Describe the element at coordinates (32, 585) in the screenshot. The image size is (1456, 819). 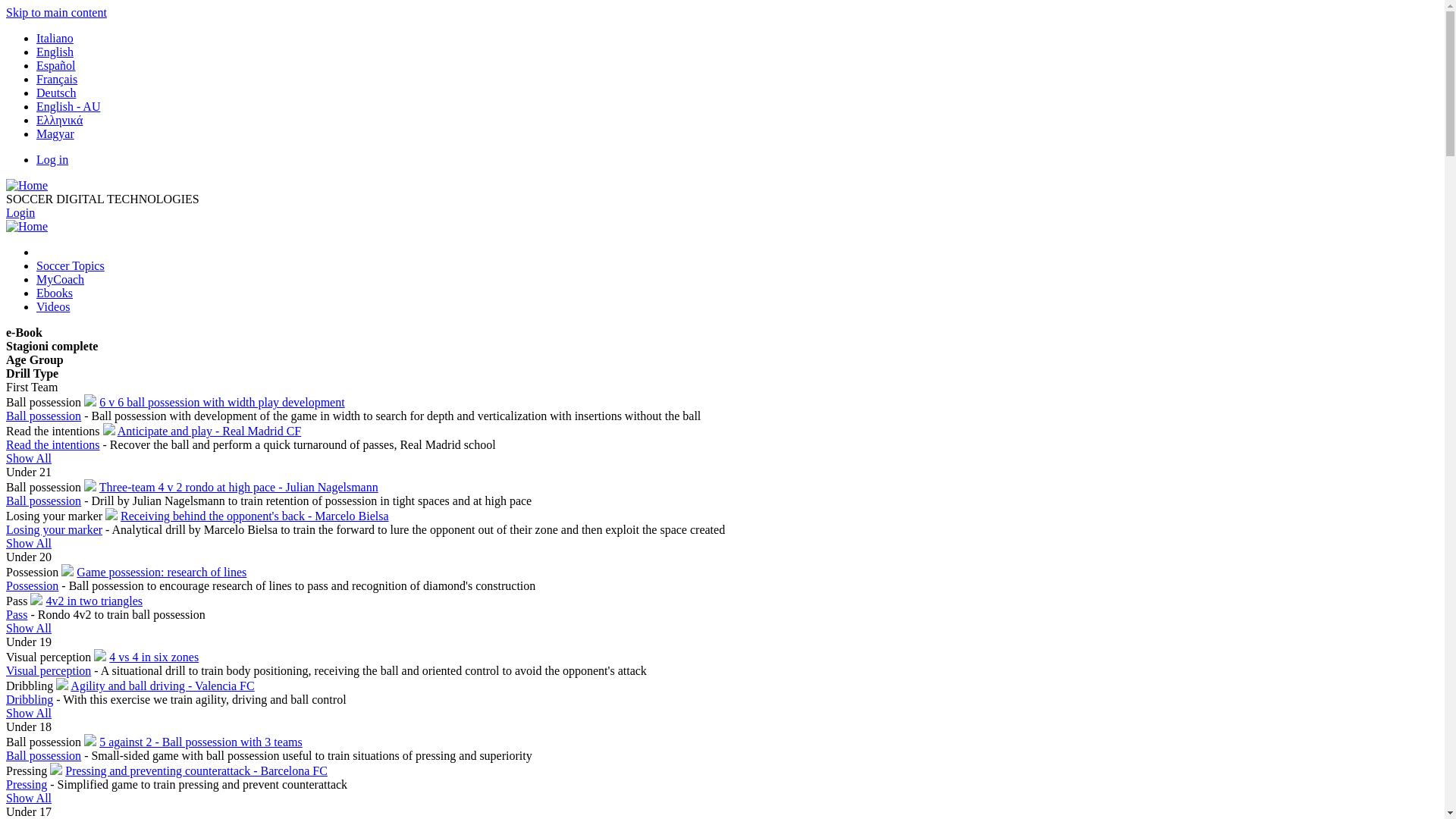
I see `'Possession'` at that location.